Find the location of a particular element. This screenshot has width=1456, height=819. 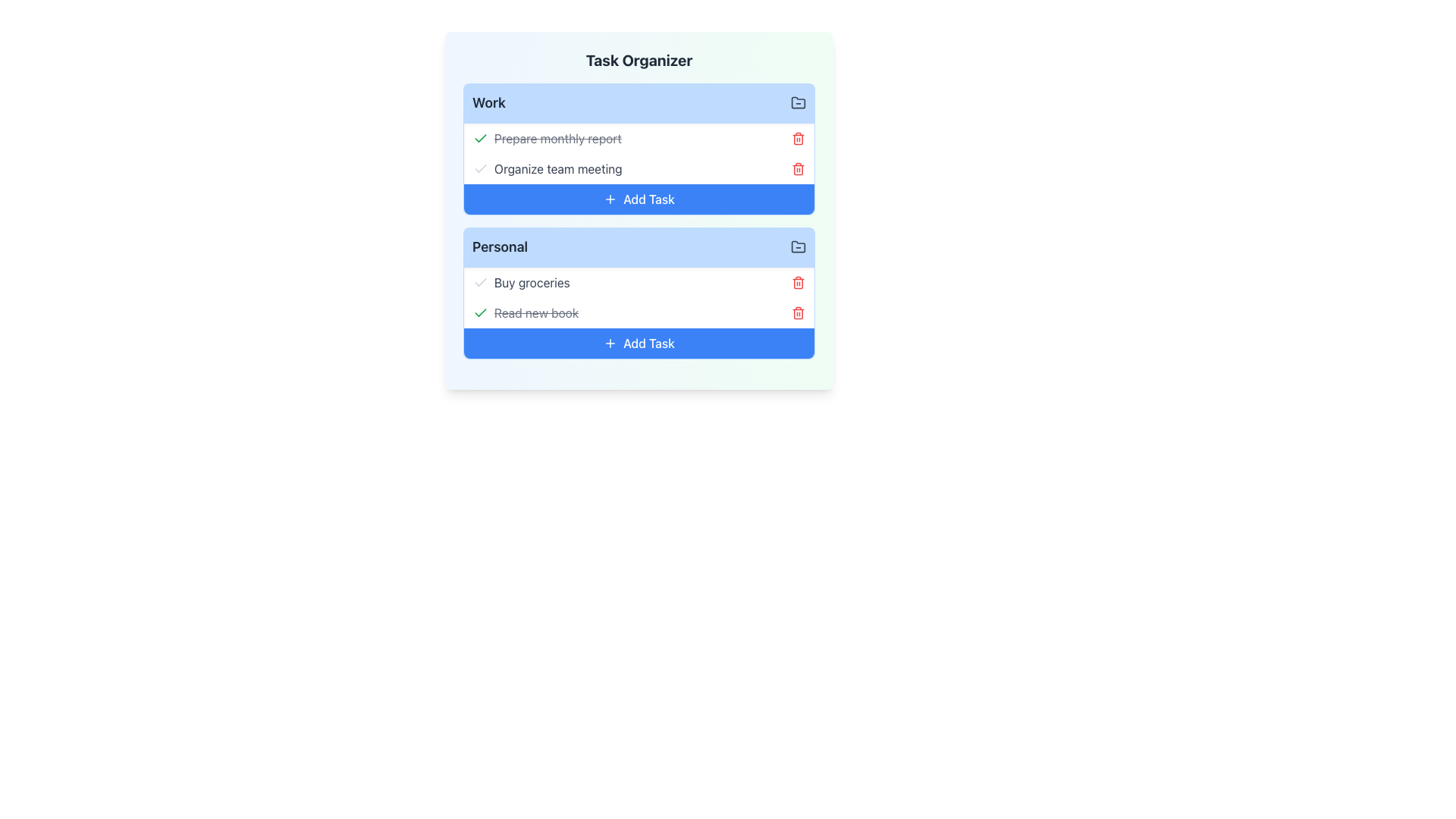

the red trash can icon is located at coordinates (797, 312).